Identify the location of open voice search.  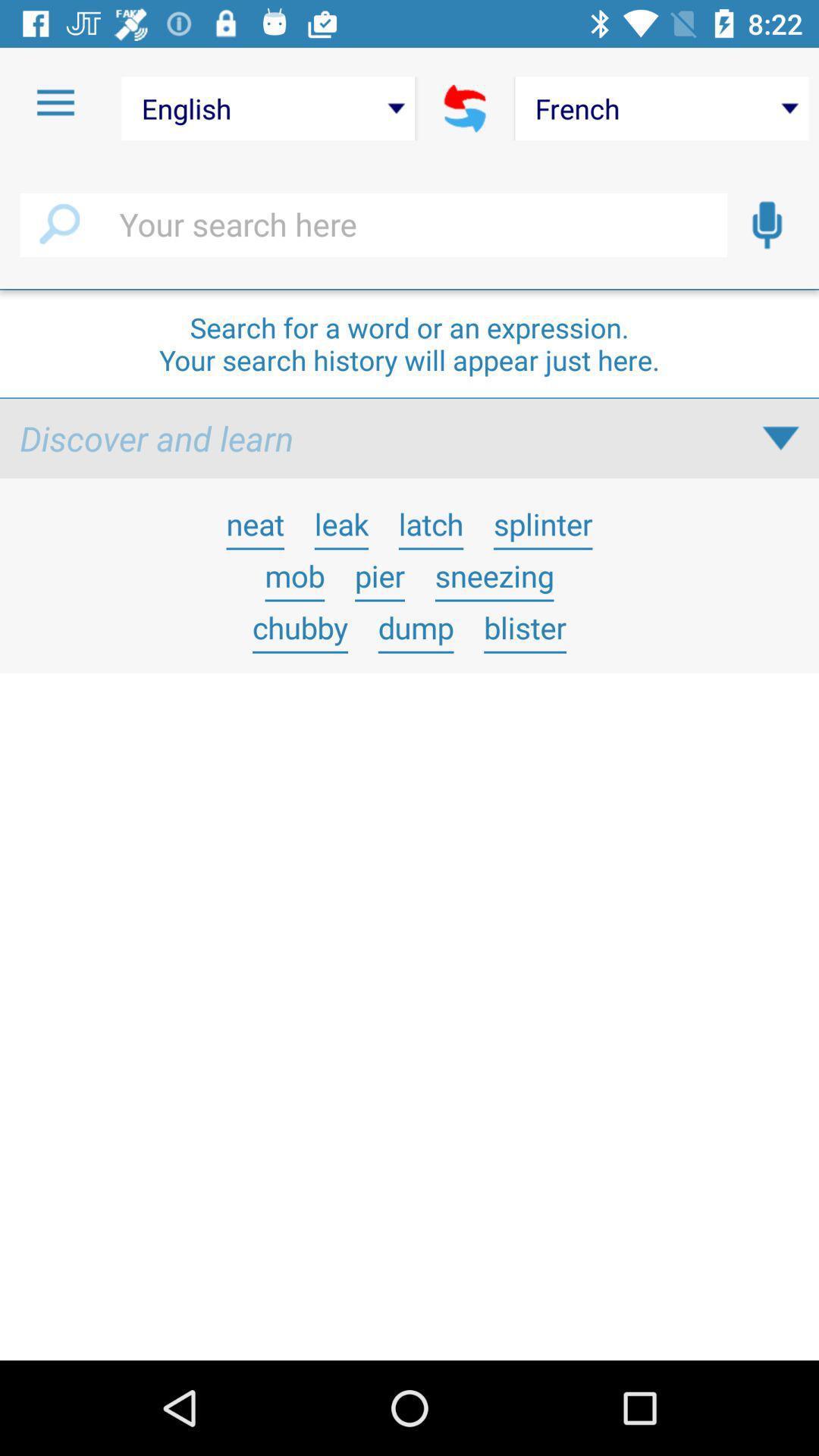
(767, 224).